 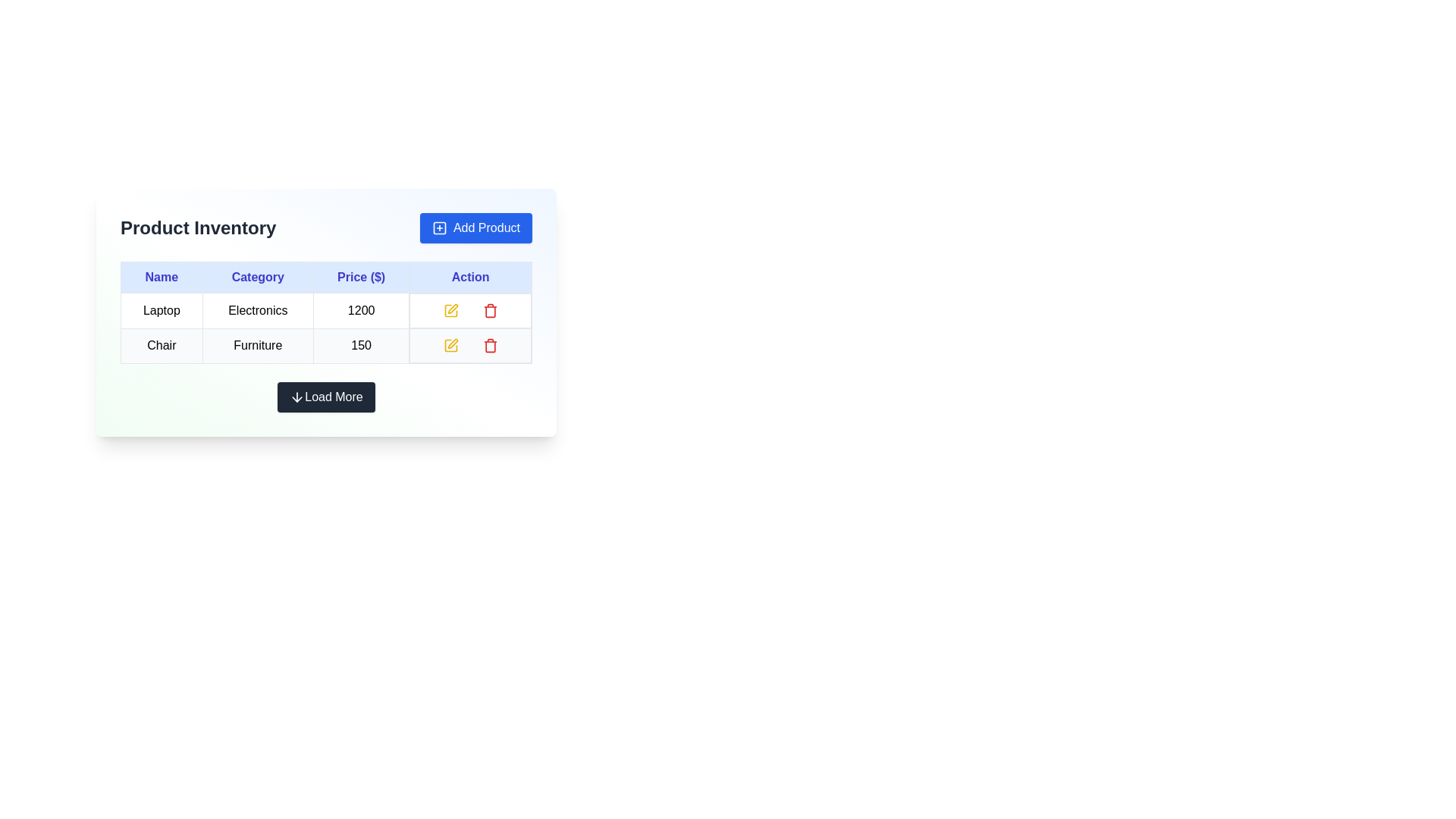 What do you see at coordinates (162, 346) in the screenshot?
I see `the product name label in the second row of the 'Name' column of the 'Product Inventory' table` at bounding box center [162, 346].